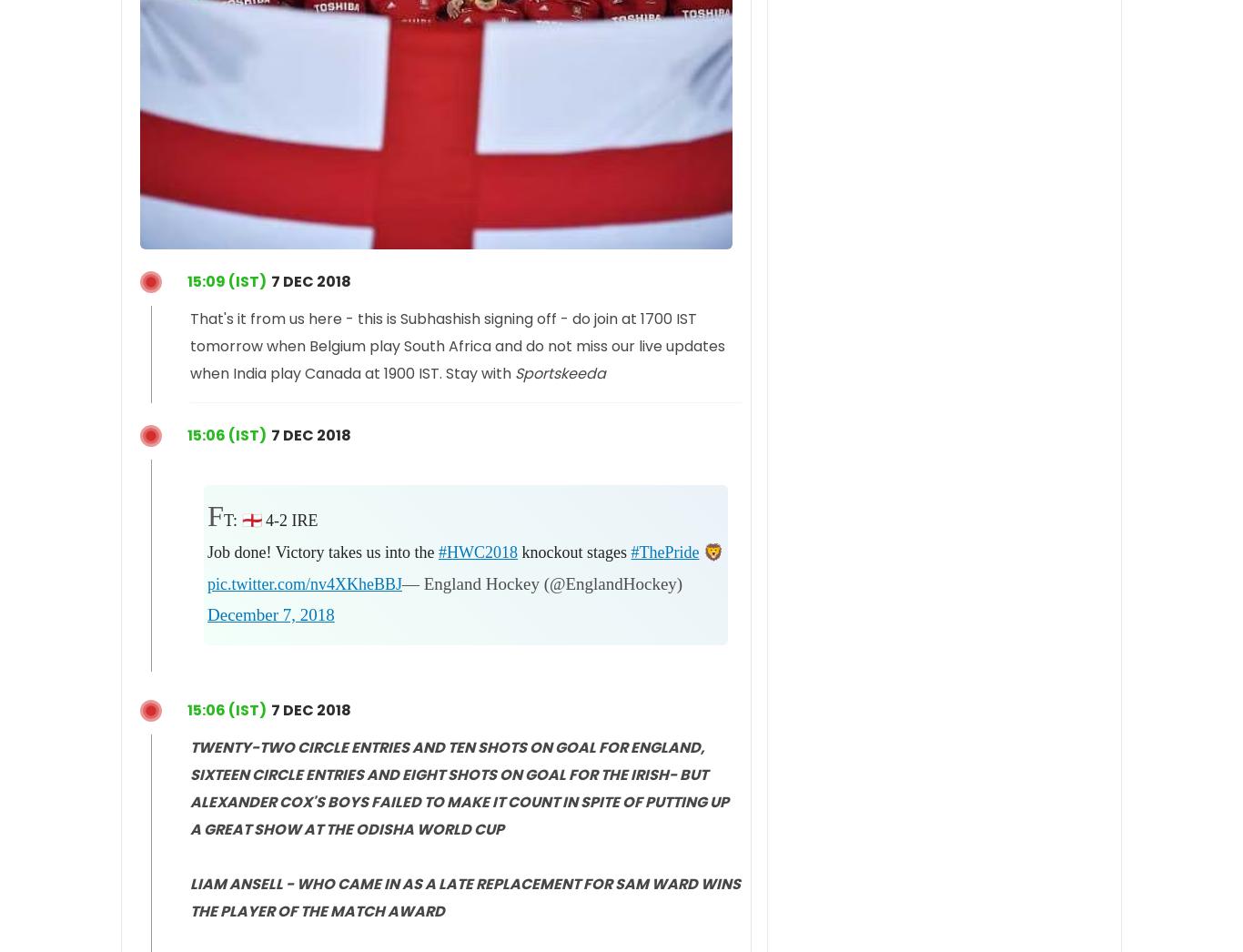 This screenshot has height=952, width=1243. I want to click on 'FT: 🏴󠁧󠁢󠁥󠁮󠁧󠁿 4-2 IRE', so click(206, 515).